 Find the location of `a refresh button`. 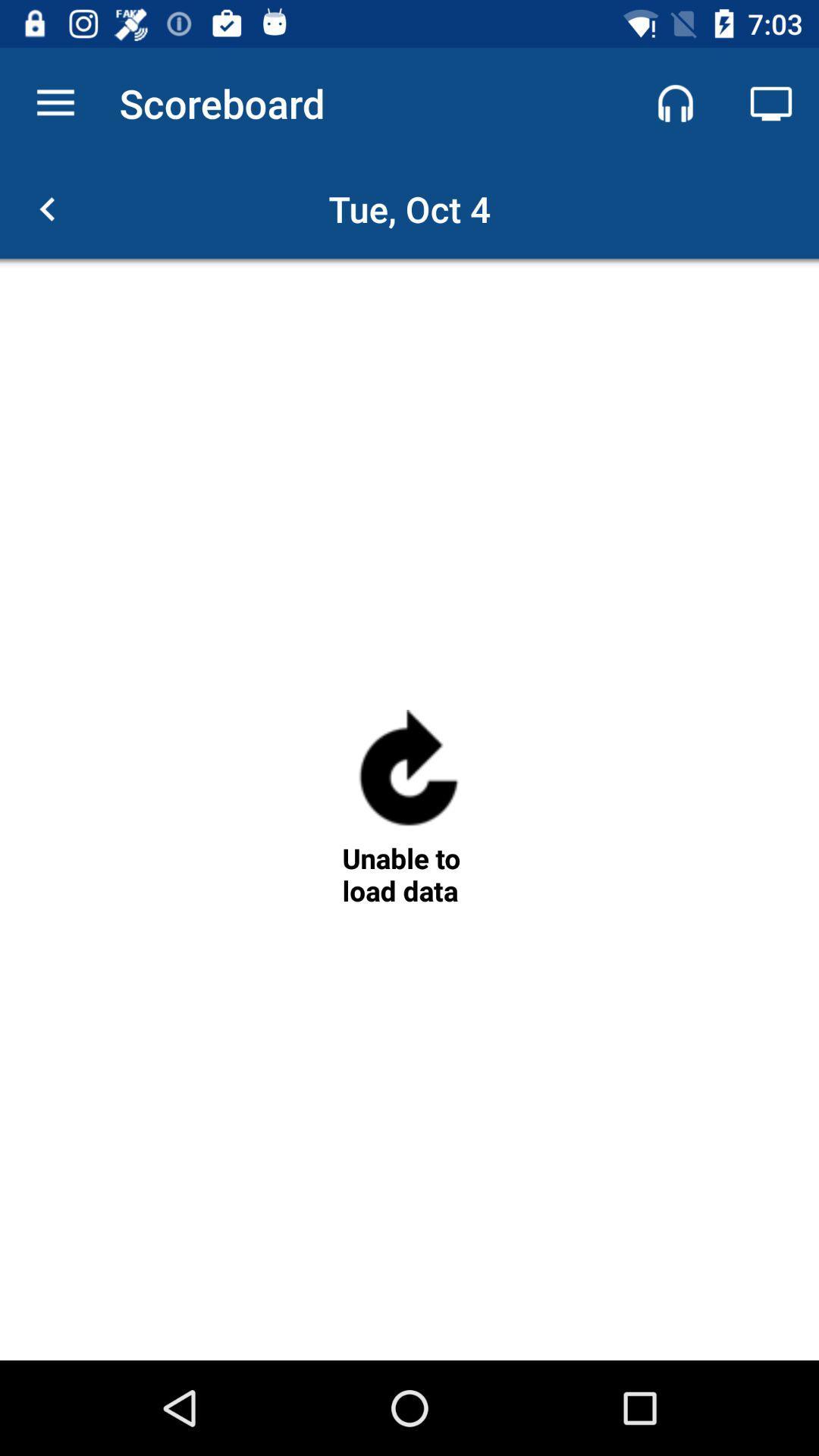

a refresh button is located at coordinates (408, 774).